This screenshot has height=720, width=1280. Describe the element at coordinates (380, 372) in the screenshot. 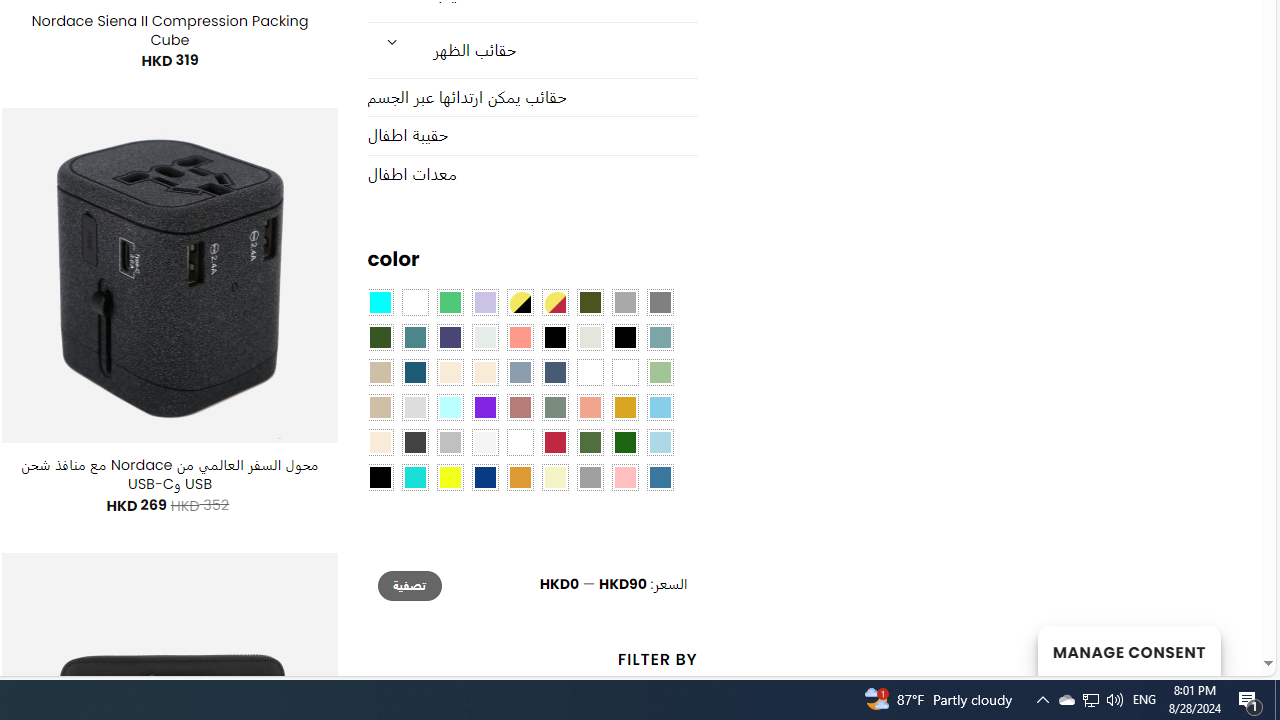

I see `'Brownie'` at that location.